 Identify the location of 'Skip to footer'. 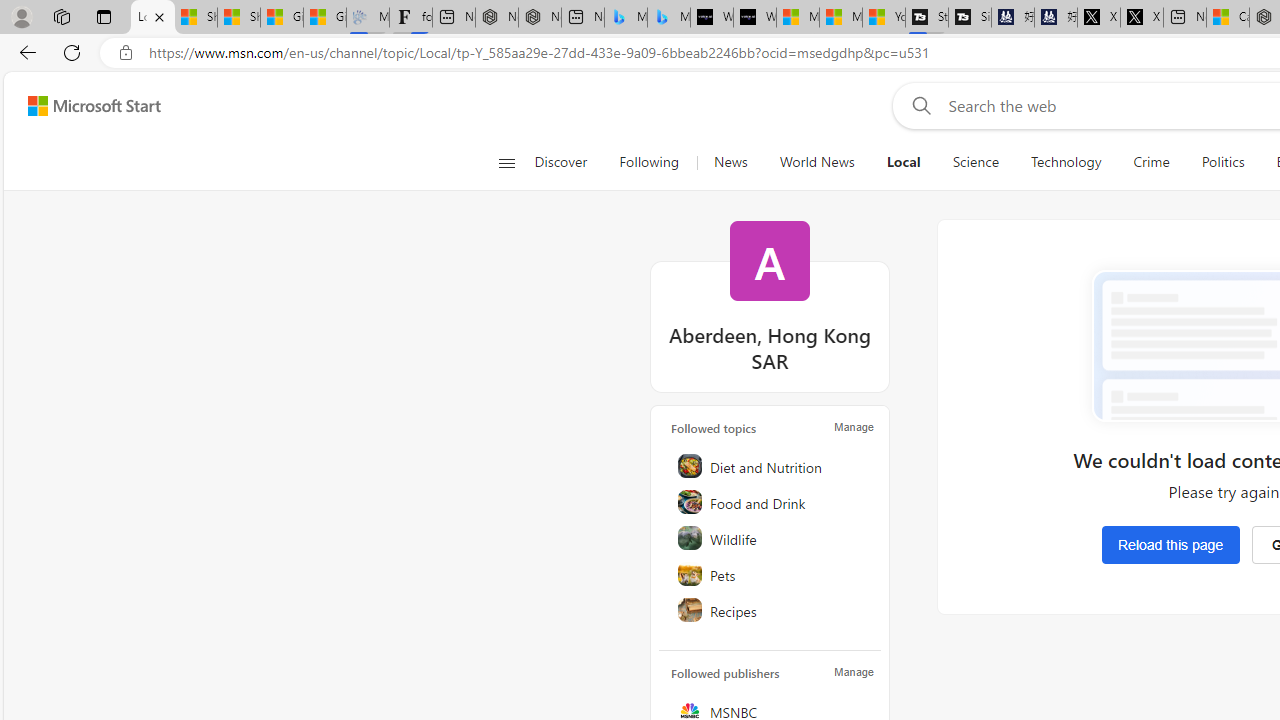
(81, 105).